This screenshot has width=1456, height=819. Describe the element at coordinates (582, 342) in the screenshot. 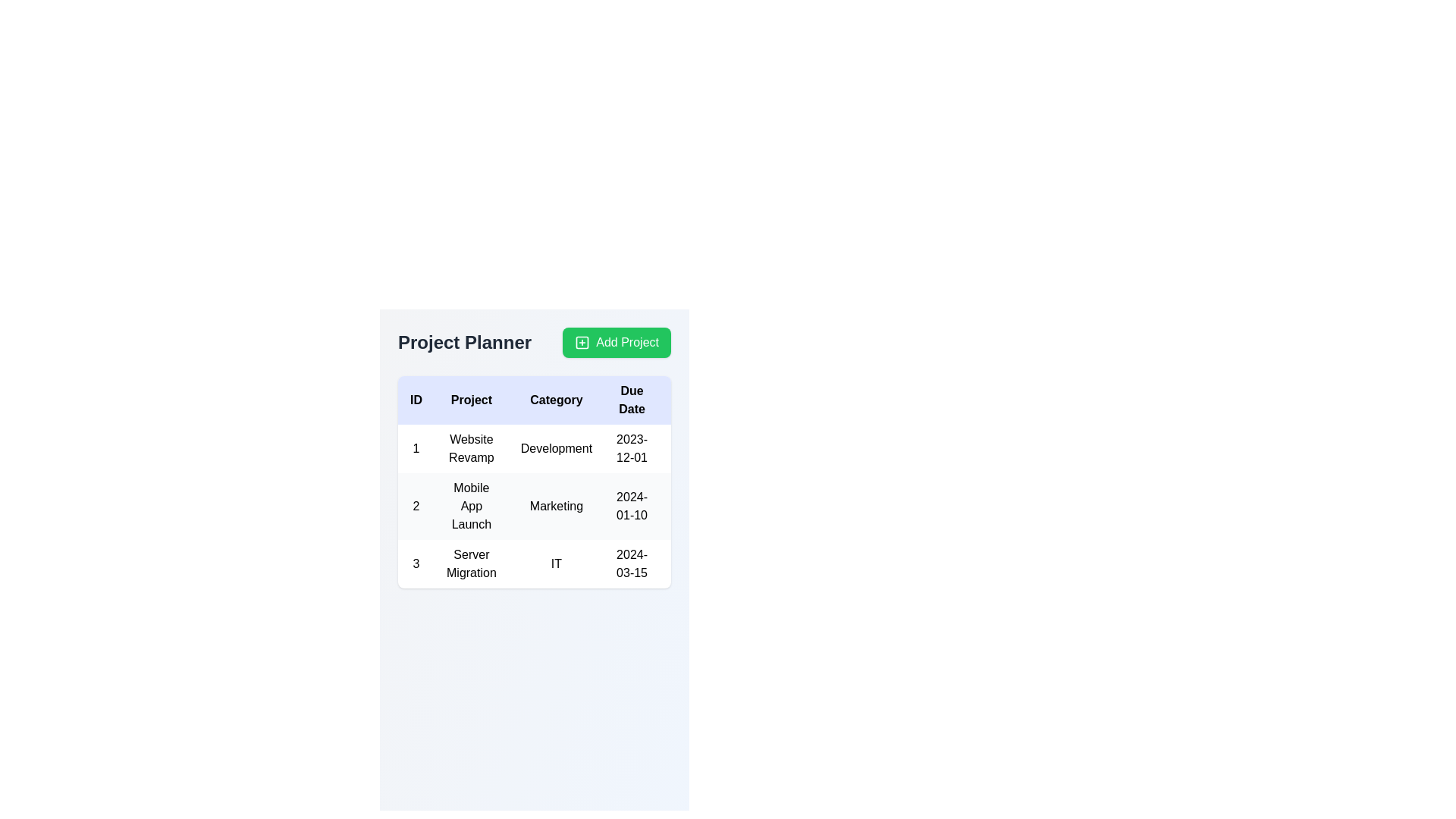

I see `the icon located on the left side of the 'Add Project' button in the top right corner of the project planner interface to initiate the action of adding a new item` at that location.